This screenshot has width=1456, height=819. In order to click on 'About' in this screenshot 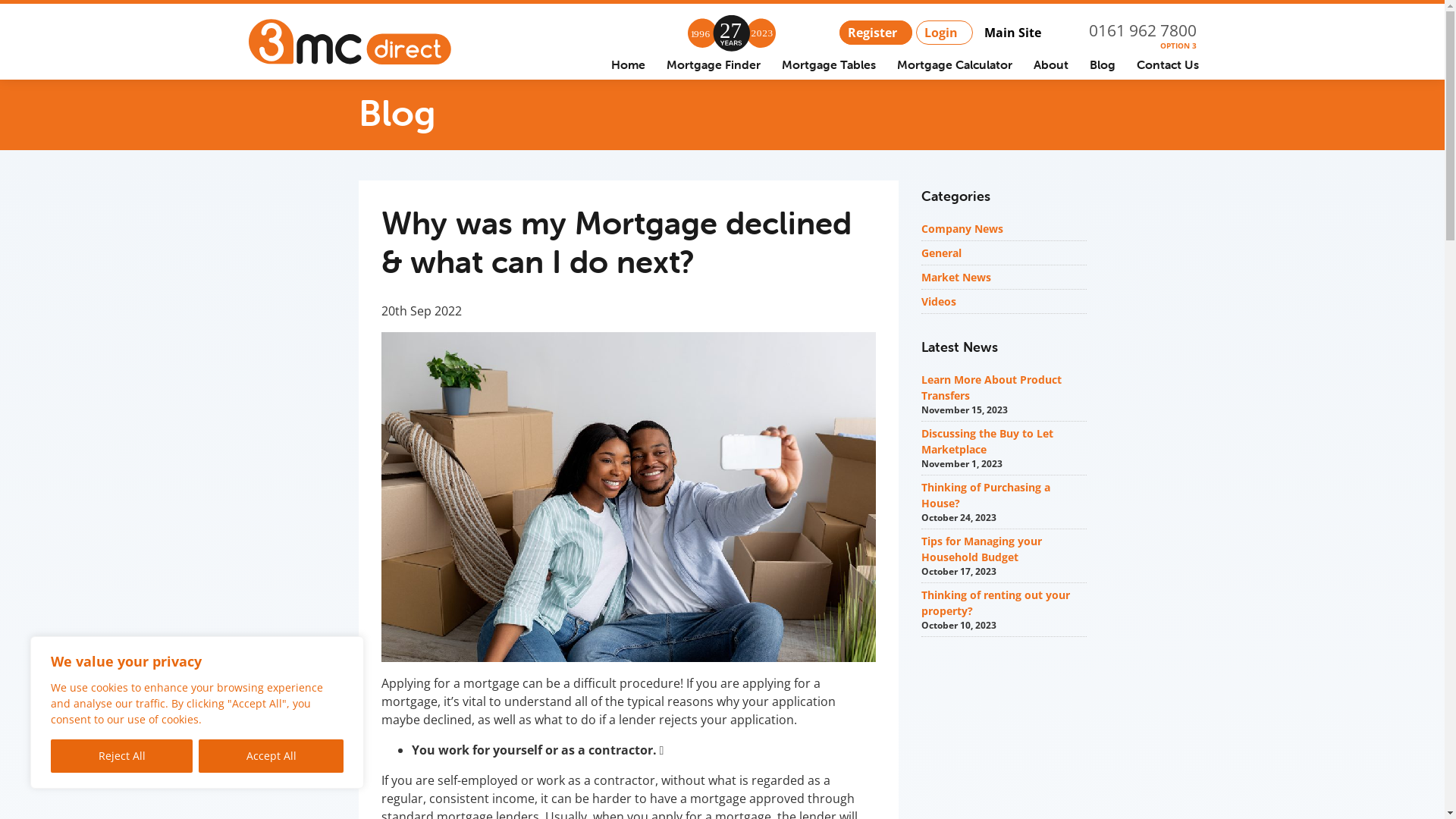, I will do `click(1050, 63)`.